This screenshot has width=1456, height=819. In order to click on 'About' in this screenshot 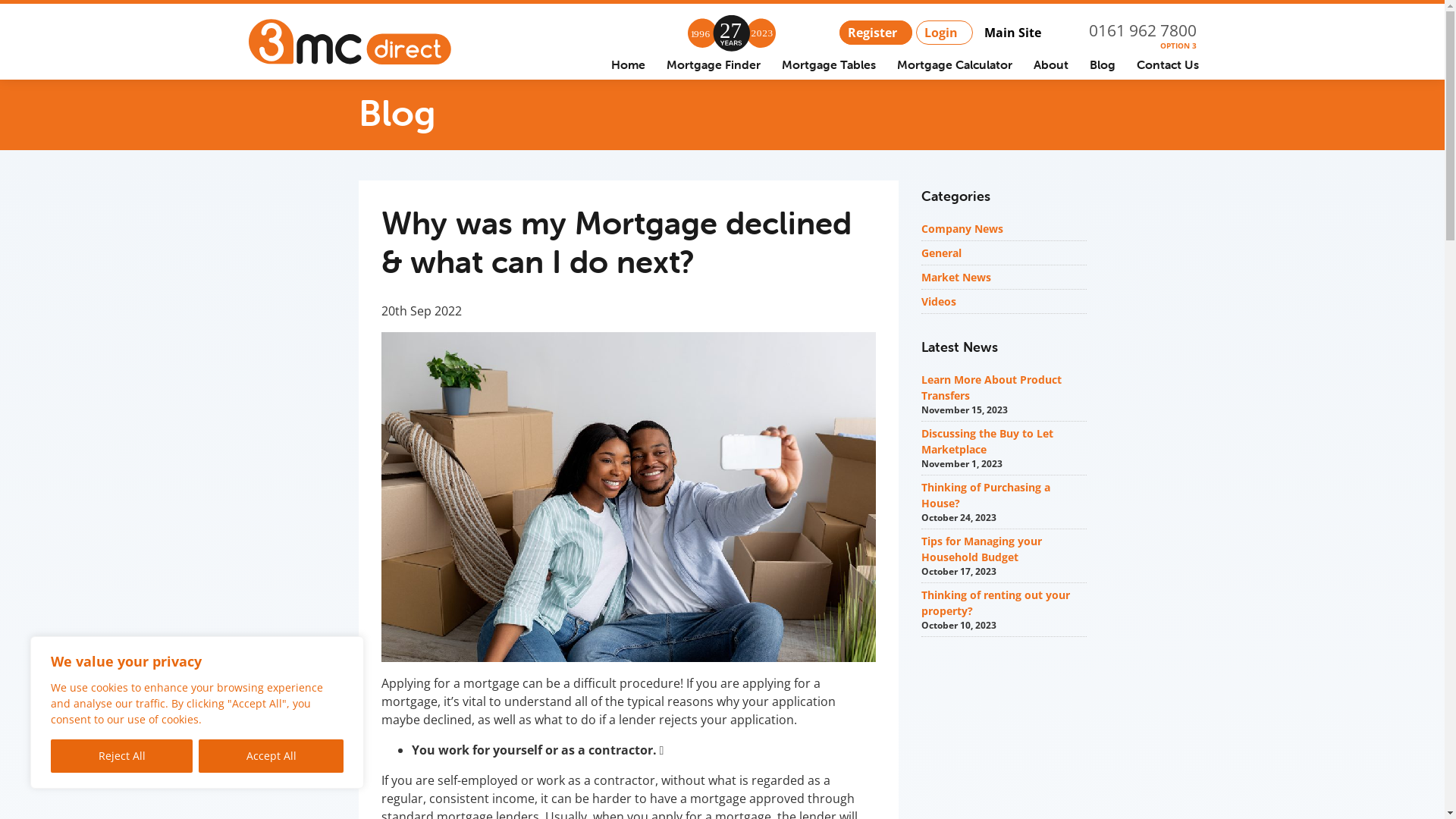, I will do `click(1050, 63)`.